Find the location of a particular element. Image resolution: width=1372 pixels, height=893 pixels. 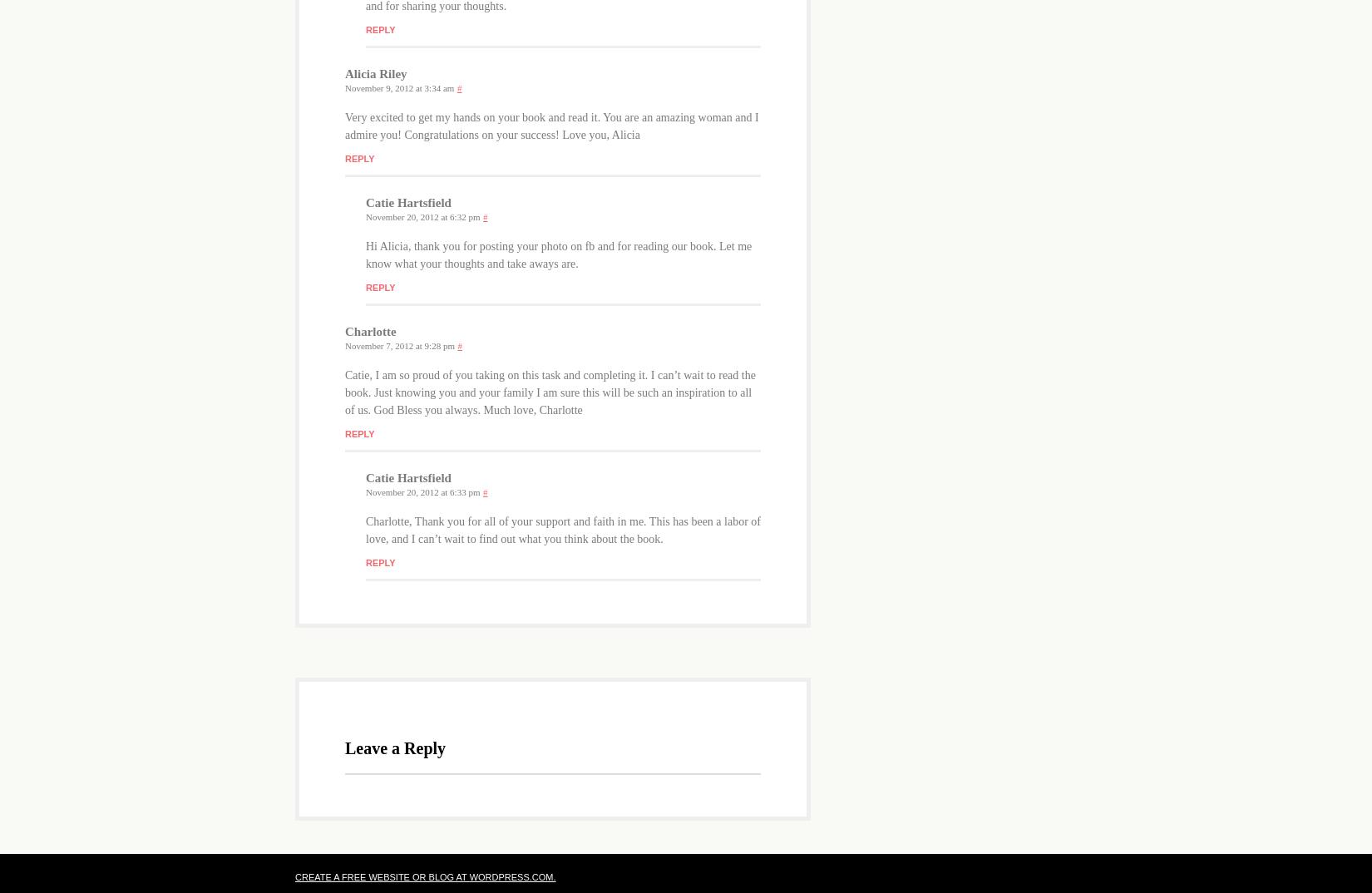

'November 20, 2012 at 6:33 pm' is located at coordinates (365, 491).